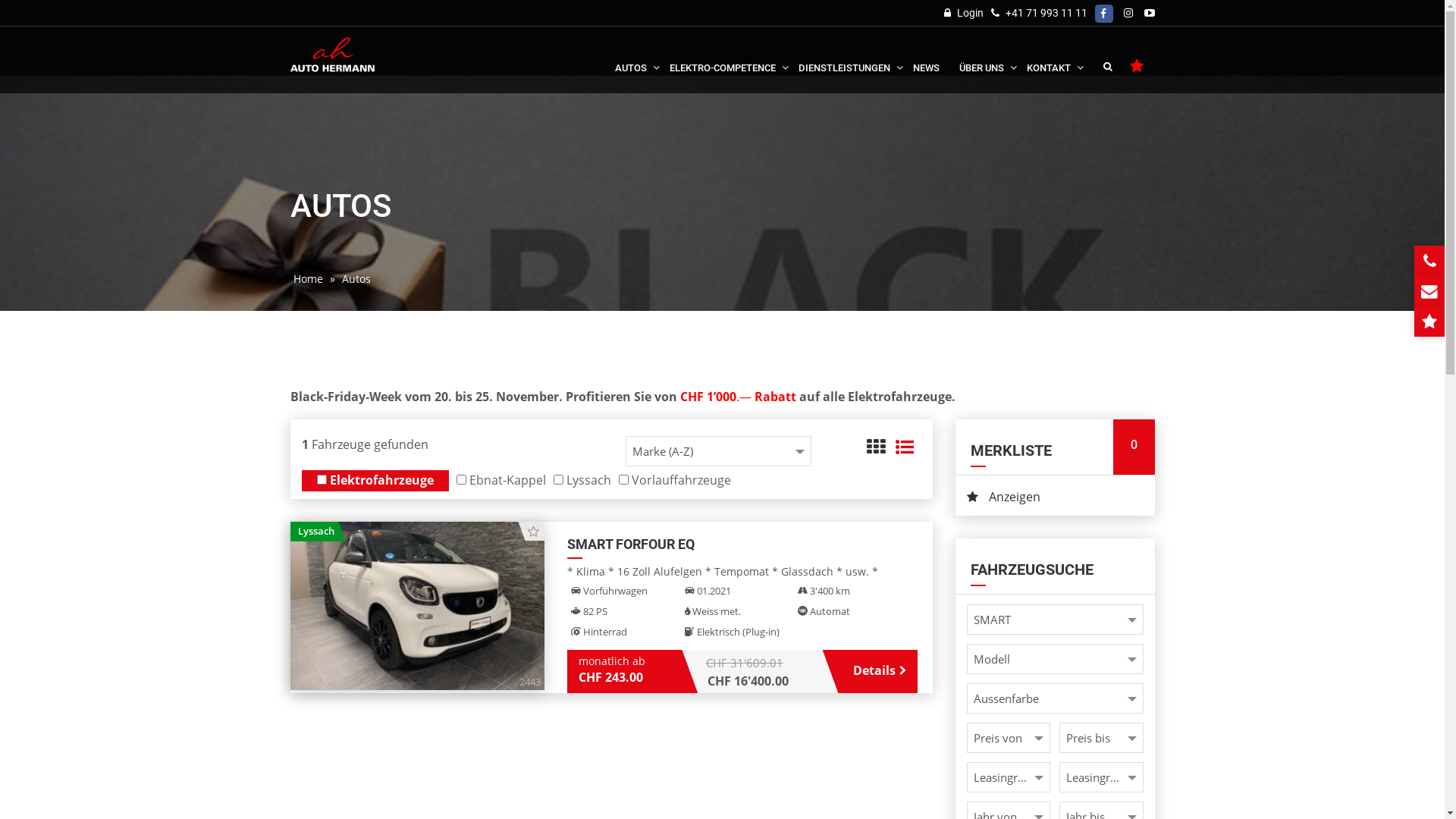  I want to click on 'KONTAKT', so click(1050, 57).